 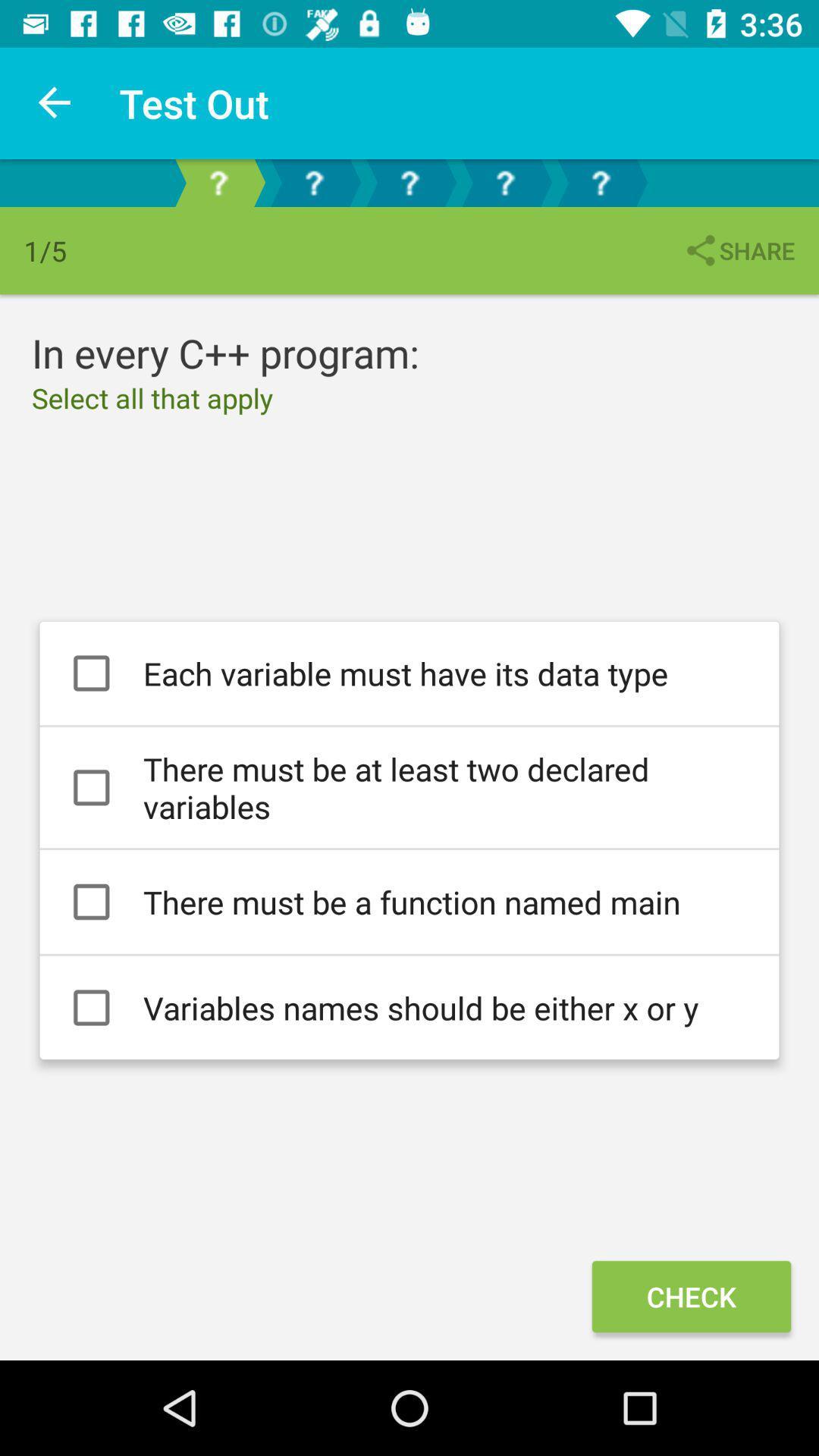 What do you see at coordinates (691, 1295) in the screenshot?
I see `the check icon` at bounding box center [691, 1295].